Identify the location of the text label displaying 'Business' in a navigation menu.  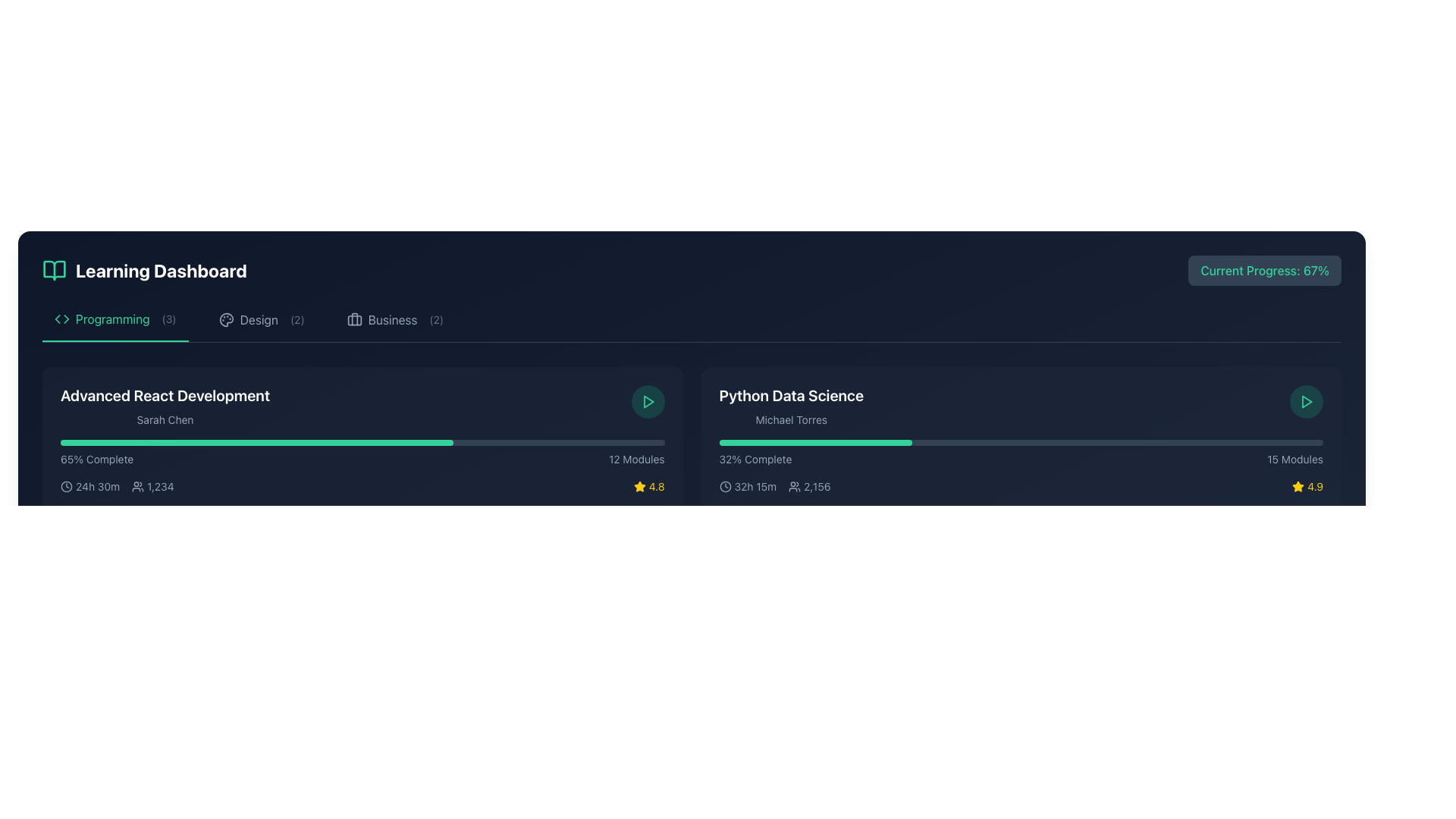
(393, 318).